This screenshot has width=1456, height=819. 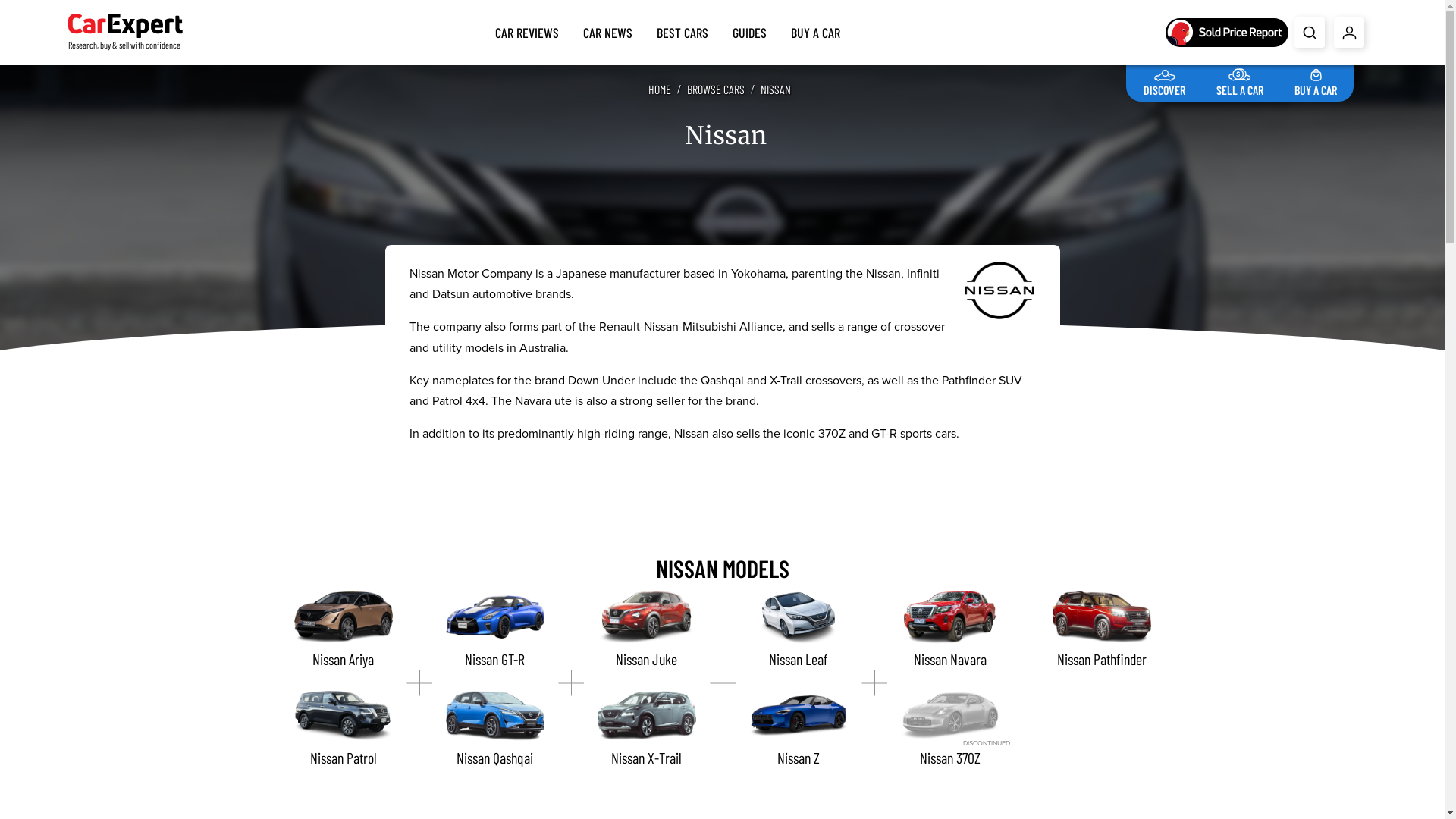 What do you see at coordinates (949, 727) in the screenshot?
I see `'DISCONTINUED` at bounding box center [949, 727].